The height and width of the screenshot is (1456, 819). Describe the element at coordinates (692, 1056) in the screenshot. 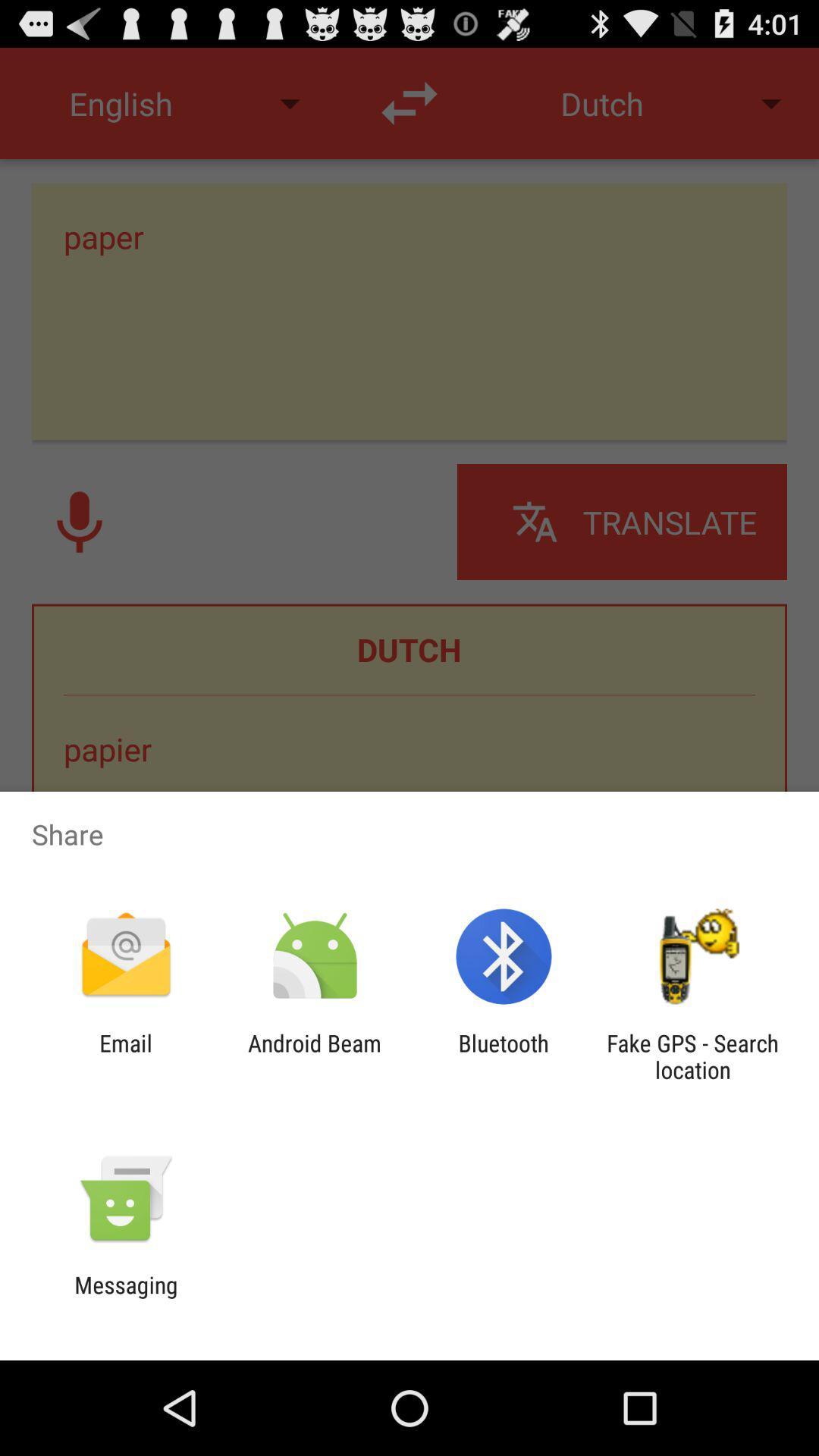

I see `fake gps search` at that location.